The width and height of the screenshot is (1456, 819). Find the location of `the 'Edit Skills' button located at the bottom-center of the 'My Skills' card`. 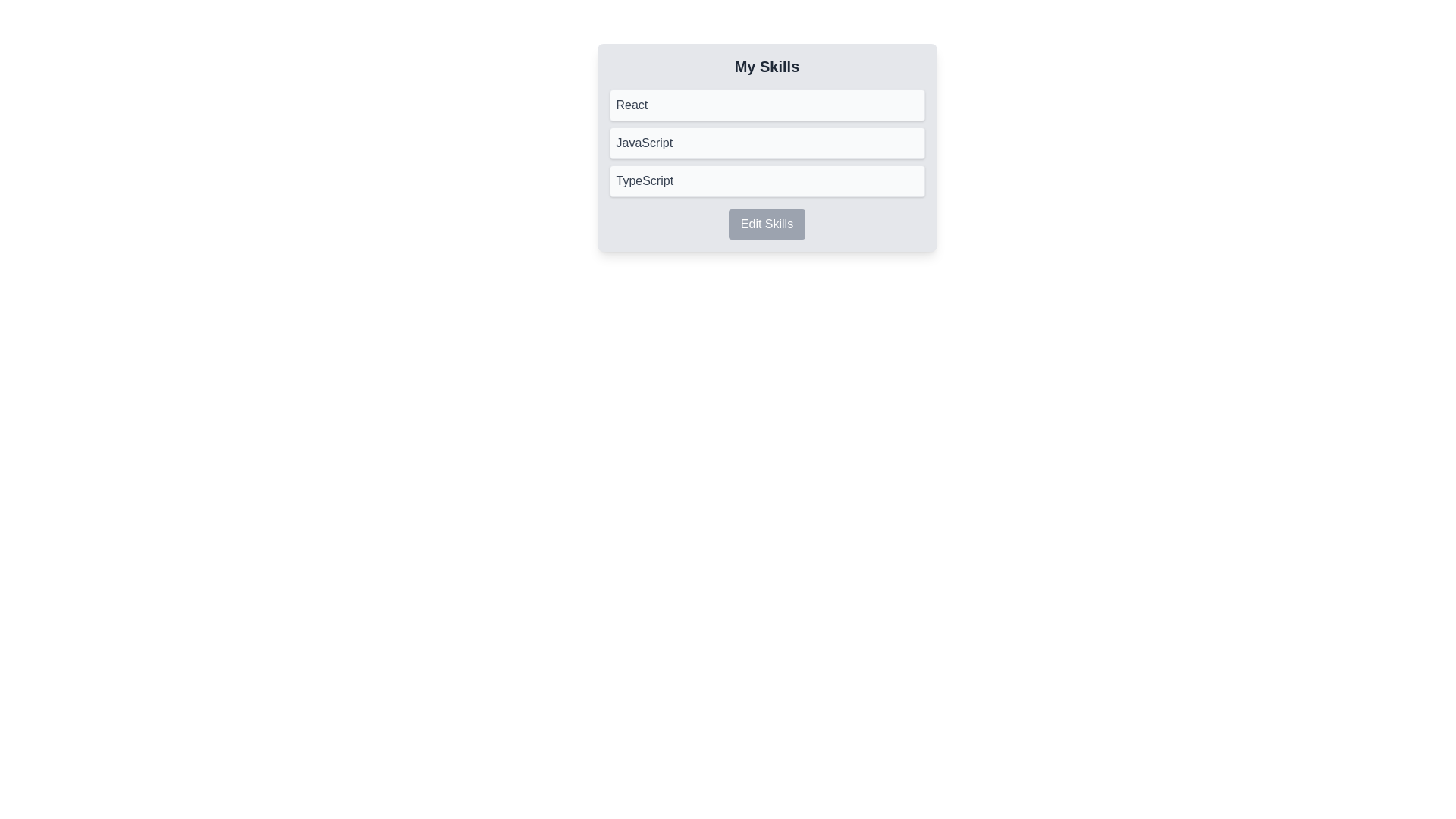

the 'Edit Skills' button located at the bottom-center of the 'My Skills' card is located at coordinates (767, 224).